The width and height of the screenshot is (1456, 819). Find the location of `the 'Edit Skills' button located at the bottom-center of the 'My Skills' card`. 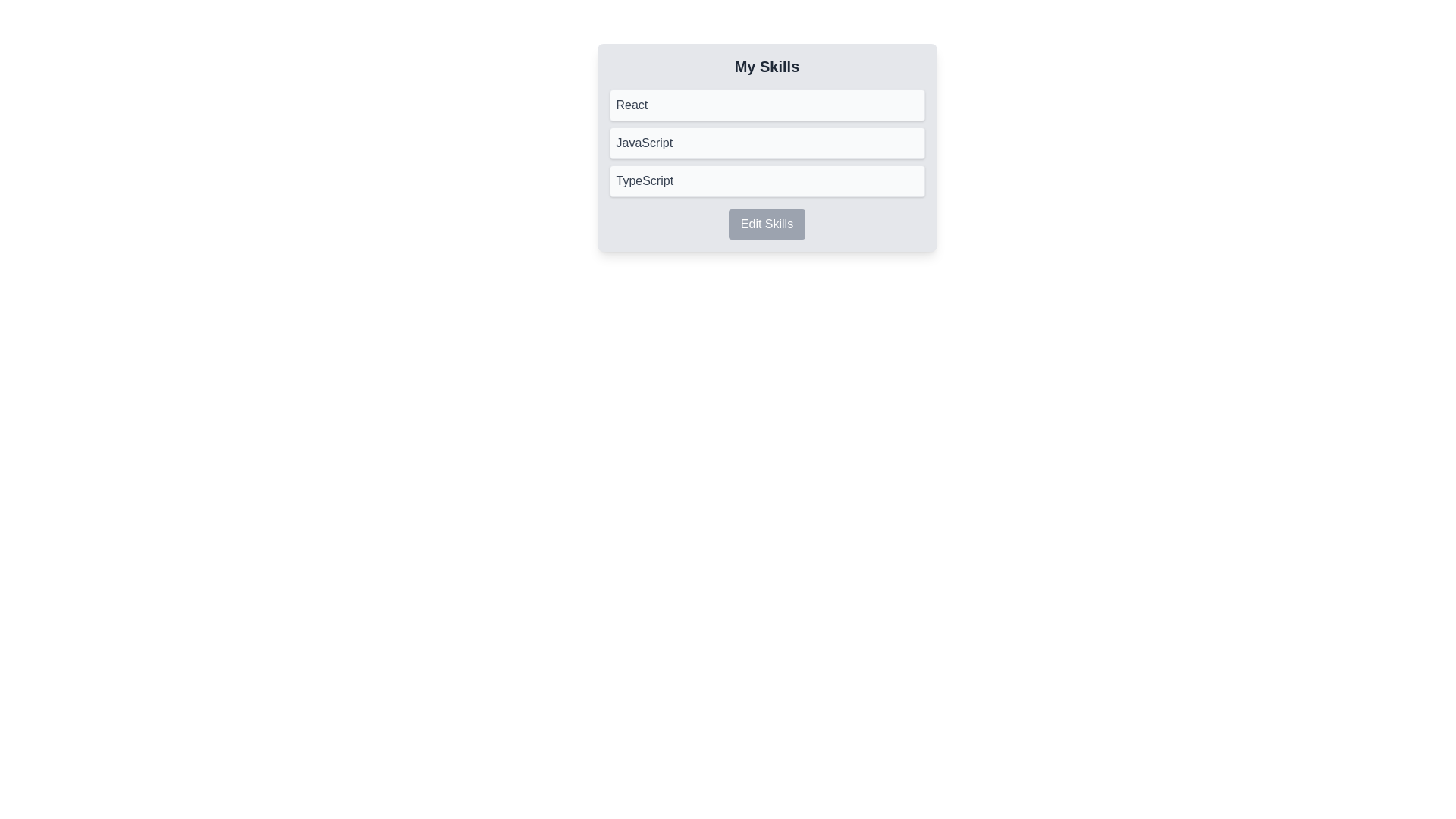

the 'Edit Skills' button located at the bottom-center of the 'My Skills' card is located at coordinates (767, 224).